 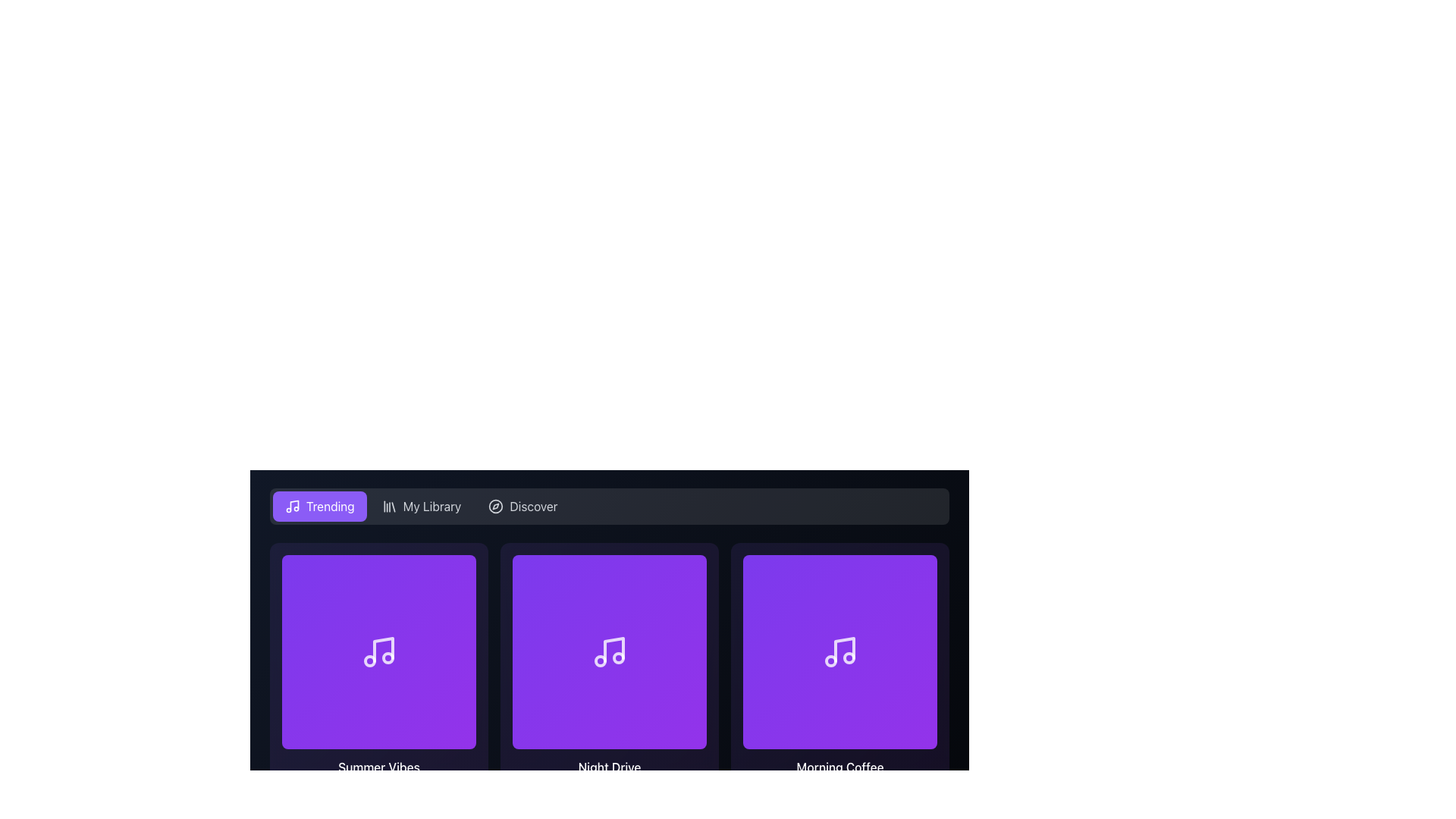 What do you see at coordinates (830, 660) in the screenshot?
I see `the Circular SVG element styled within a music icon, located on the bottom-right of the purple square card labeled 'Morning Coffee'` at bounding box center [830, 660].